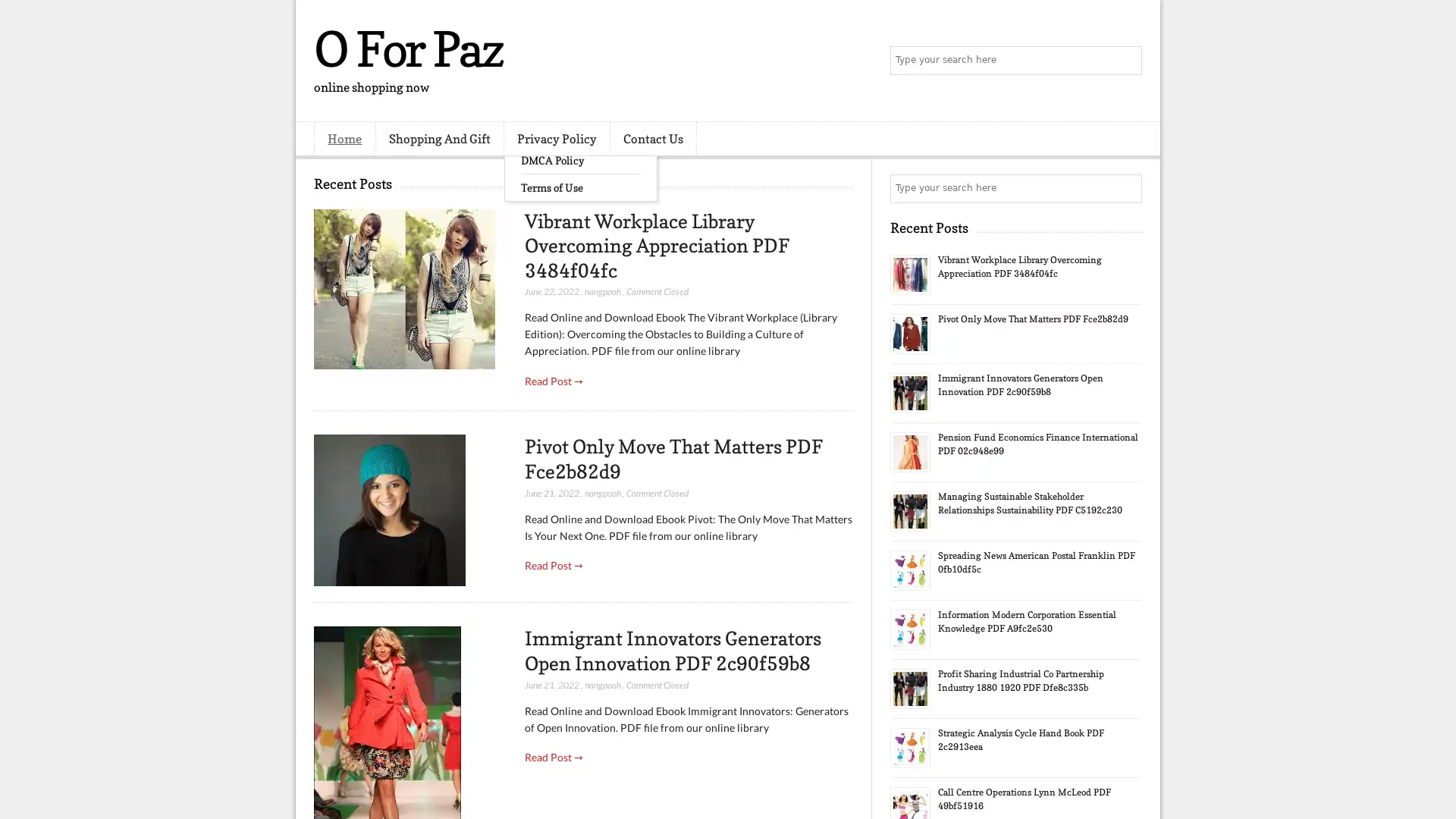 The image size is (1456, 819). I want to click on Search, so click(1126, 188).